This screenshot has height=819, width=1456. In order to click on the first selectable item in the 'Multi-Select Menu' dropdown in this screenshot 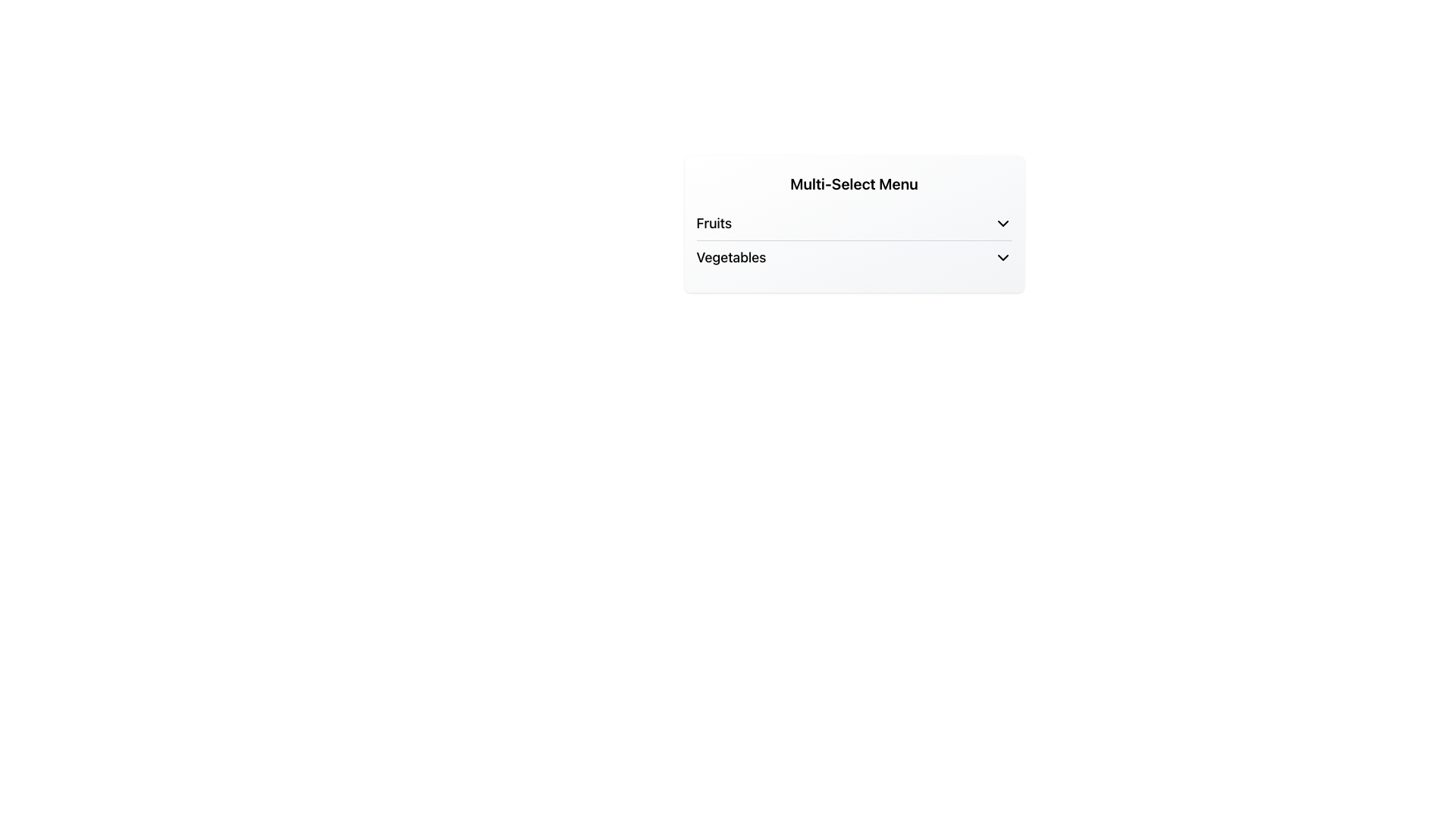, I will do `click(854, 223)`.